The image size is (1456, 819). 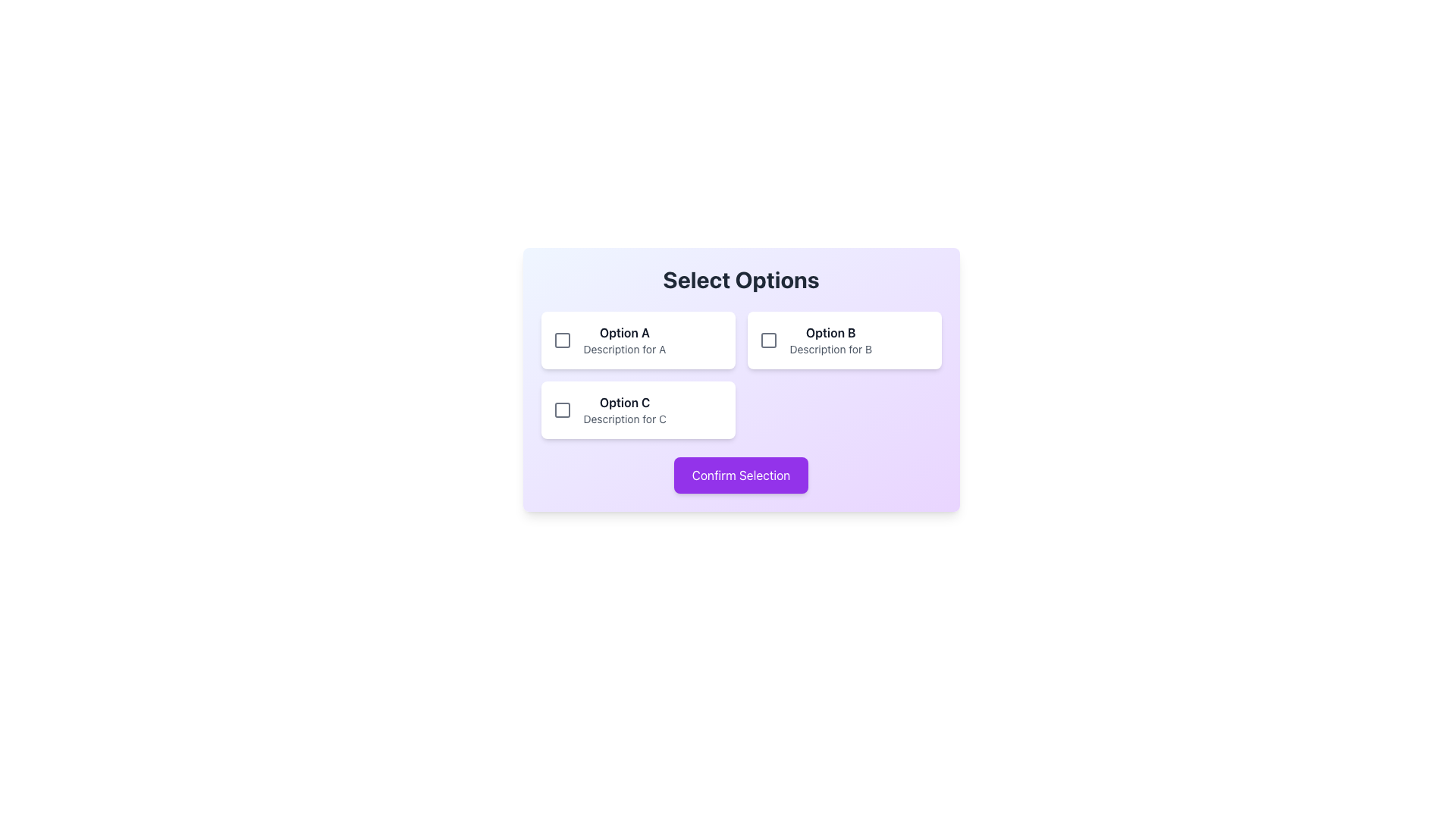 I want to click on the 'Option B' Selectable Option Card, so click(x=843, y=339).